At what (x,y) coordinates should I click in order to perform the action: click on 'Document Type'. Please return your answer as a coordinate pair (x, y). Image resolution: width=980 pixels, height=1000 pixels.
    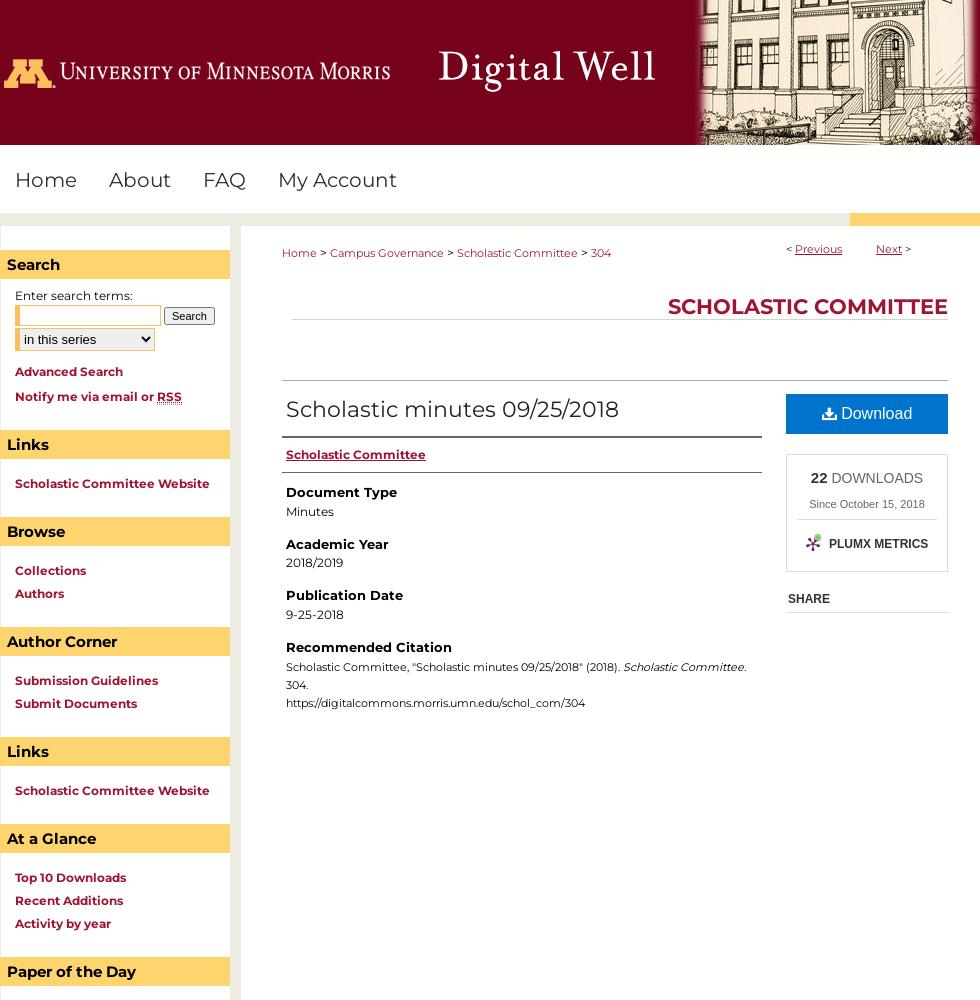
    Looking at the image, I should click on (341, 491).